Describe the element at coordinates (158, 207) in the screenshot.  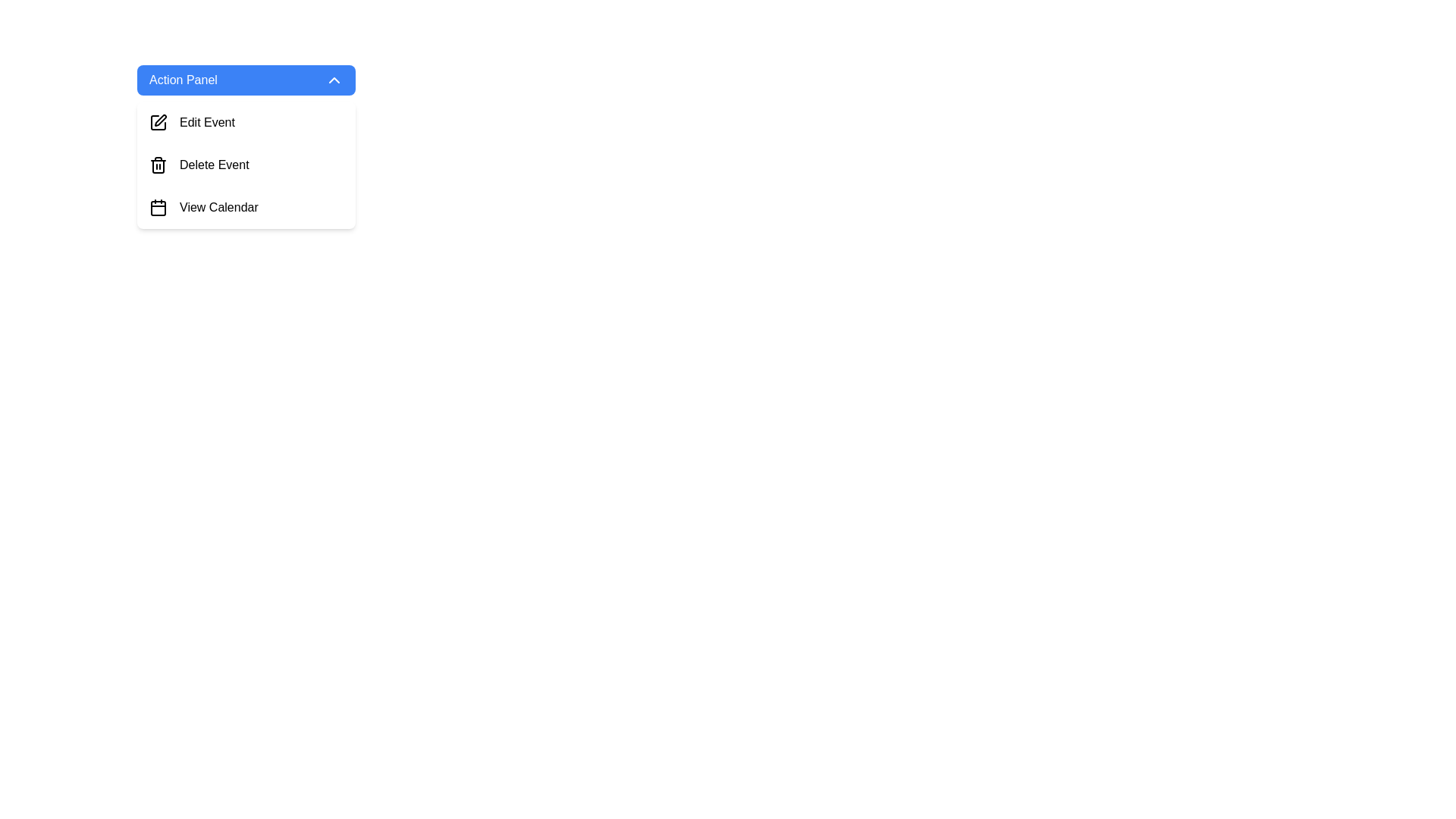
I see `the calendar icon which is a compact, minimalistic design with rounded corners` at that location.